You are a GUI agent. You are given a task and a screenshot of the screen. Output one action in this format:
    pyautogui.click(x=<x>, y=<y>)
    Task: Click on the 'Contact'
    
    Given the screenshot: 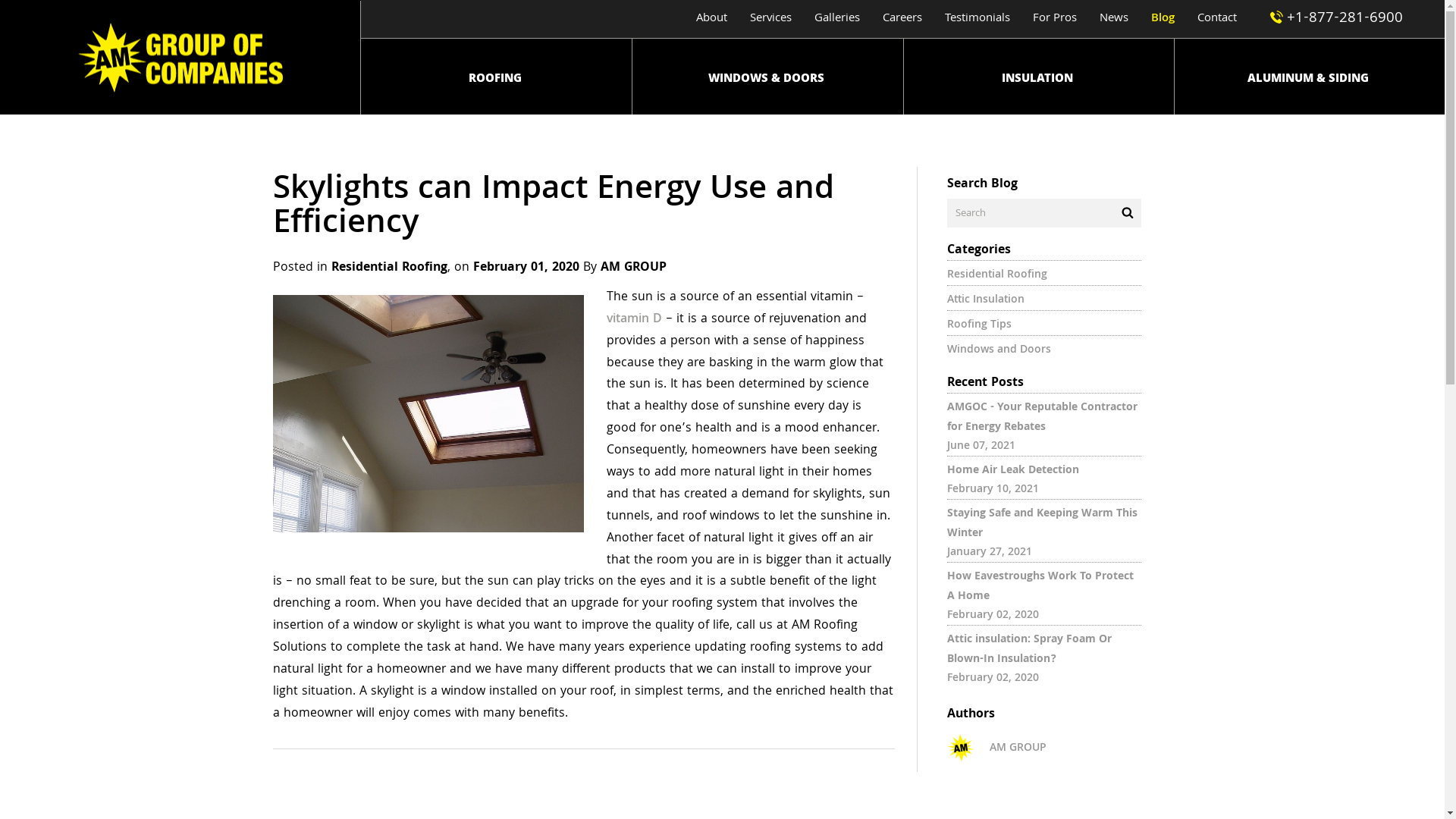 What is the action you would take?
    pyautogui.click(x=1216, y=18)
    